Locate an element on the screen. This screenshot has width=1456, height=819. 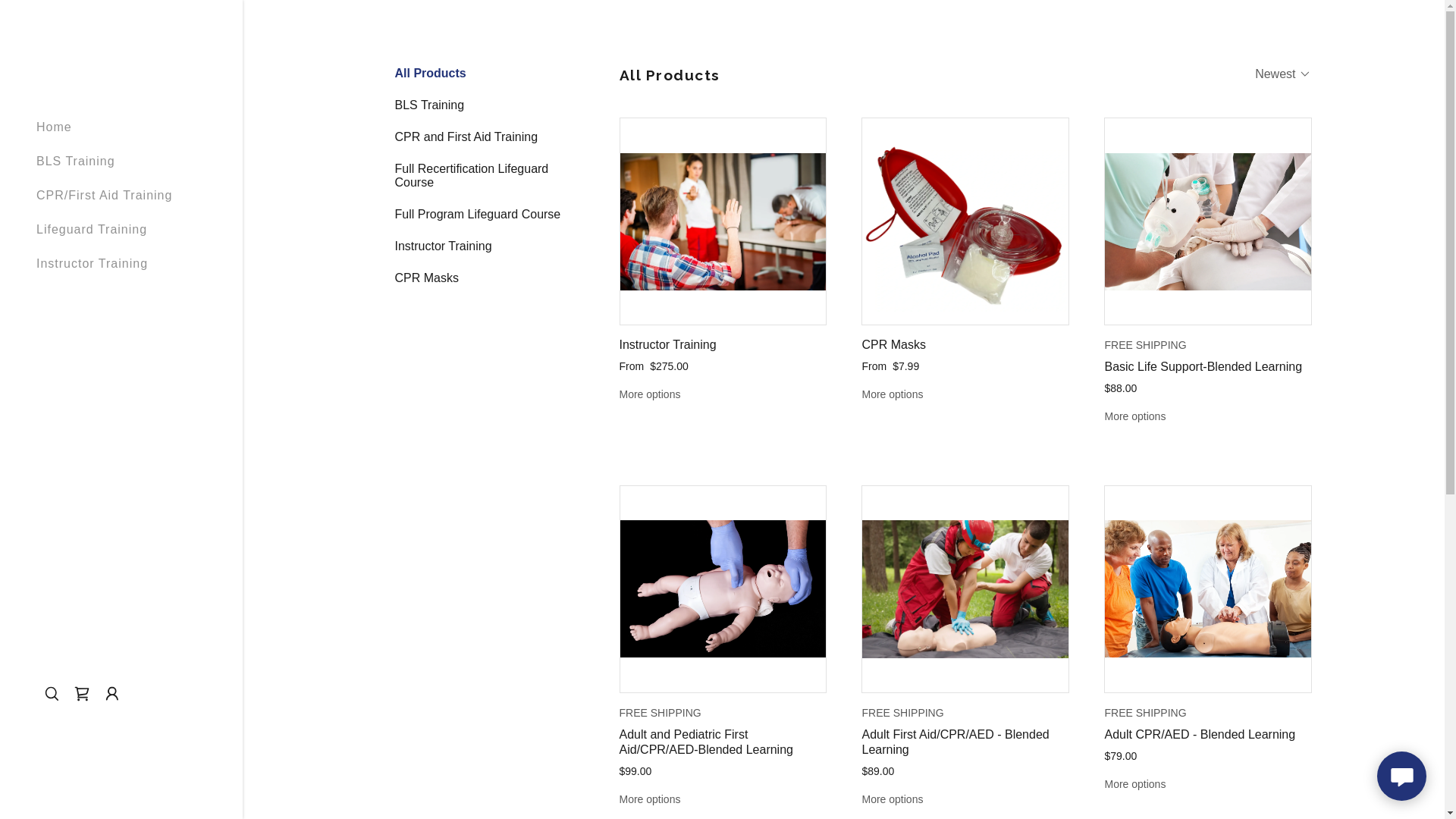
'CPR and First Aid Training' is located at coordinates (479, 137).